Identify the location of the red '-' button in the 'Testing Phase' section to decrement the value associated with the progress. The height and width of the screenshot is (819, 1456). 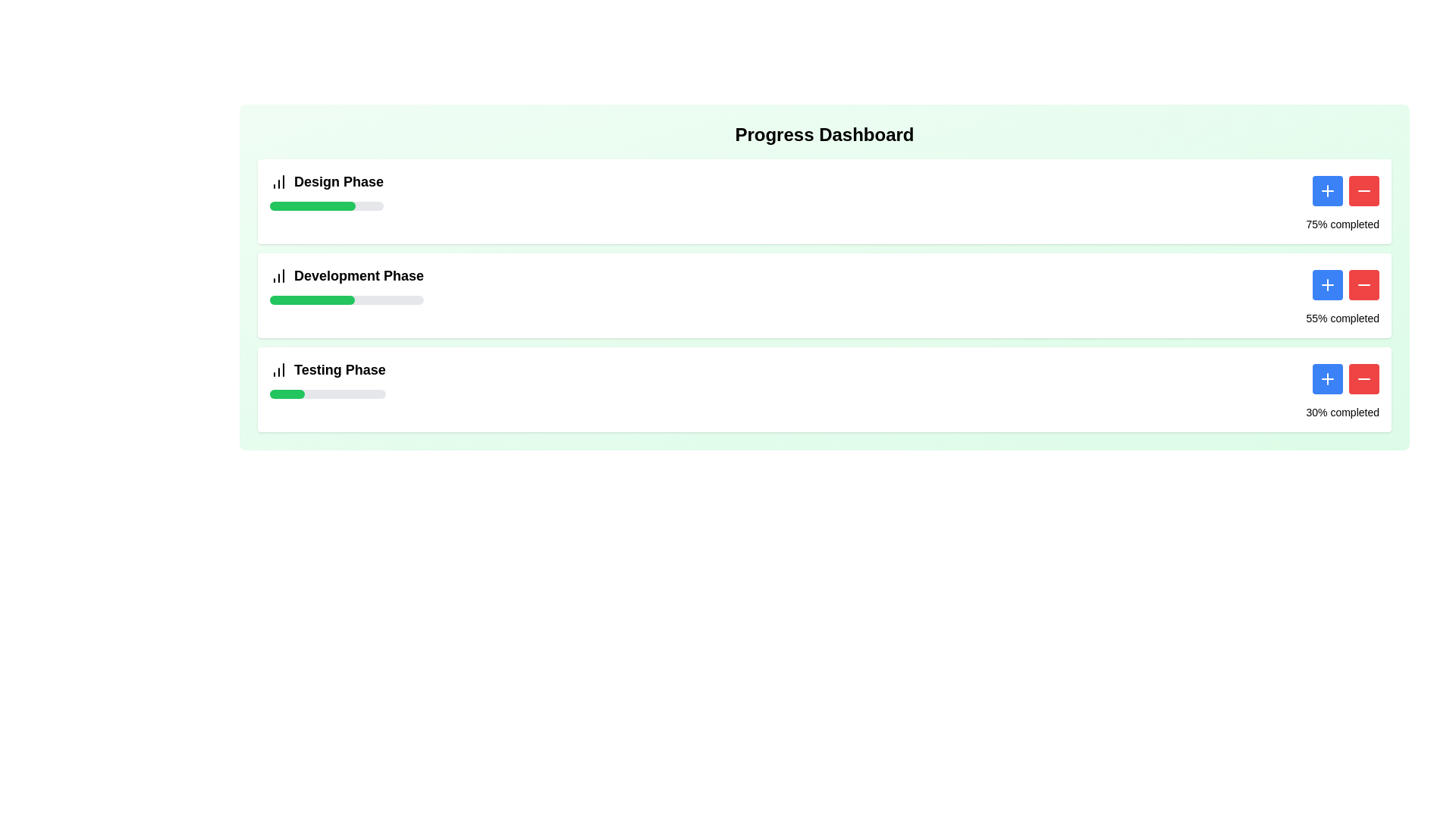
(1346, 378).